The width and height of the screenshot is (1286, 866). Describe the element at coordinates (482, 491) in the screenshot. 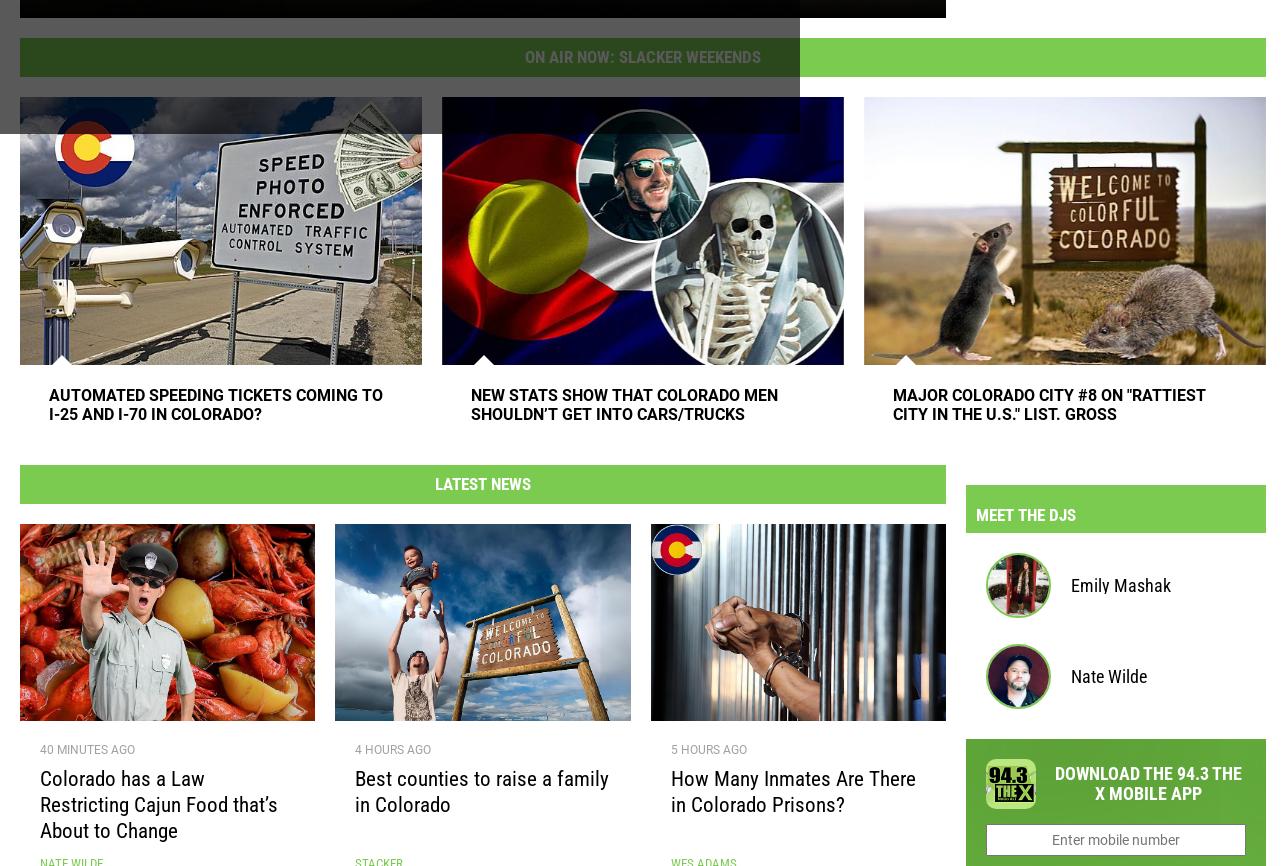

I see `'Latest News'` at that location.